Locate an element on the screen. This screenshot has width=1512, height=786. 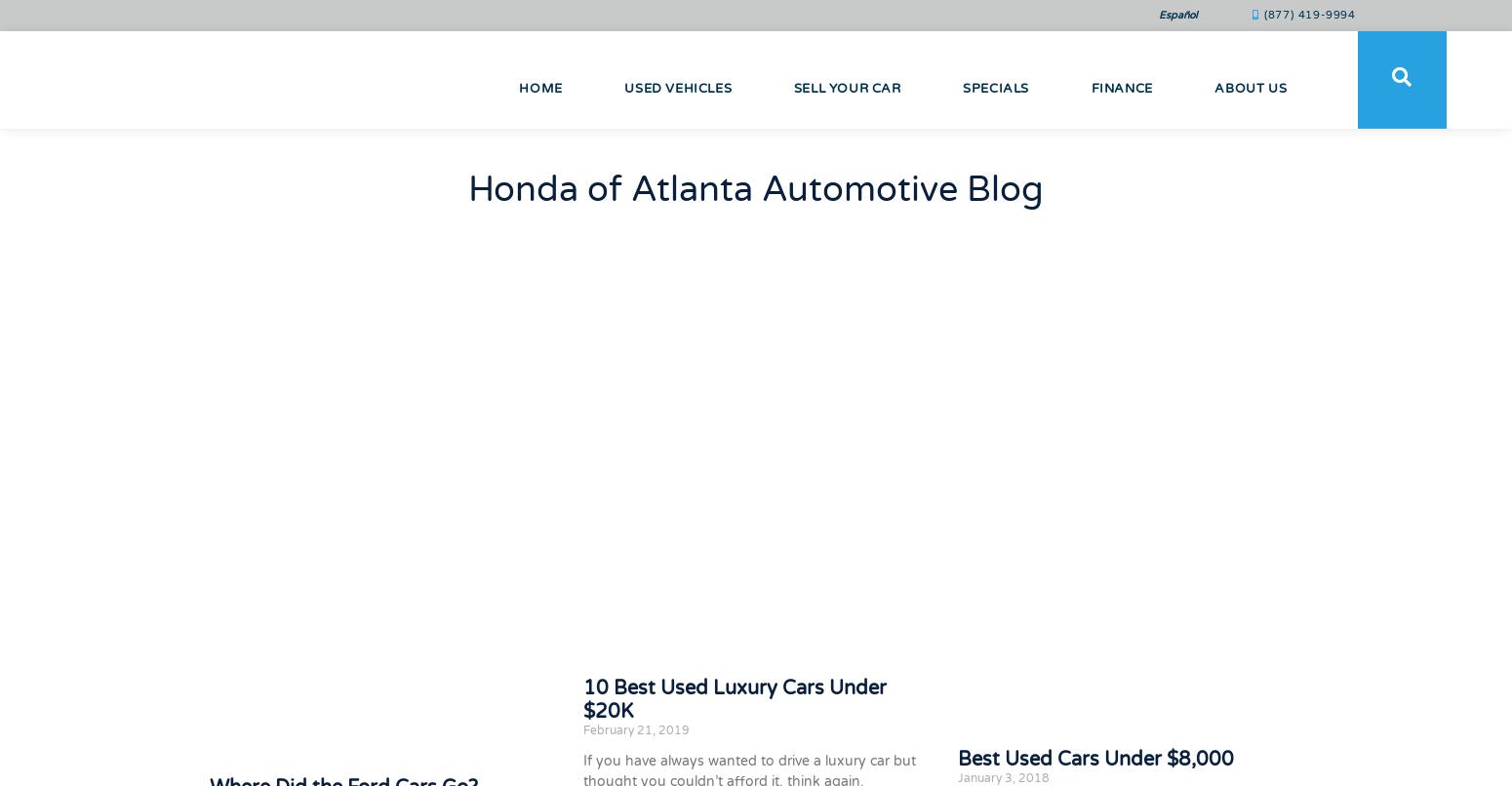
'Home' is located at coordinates (539, 87).